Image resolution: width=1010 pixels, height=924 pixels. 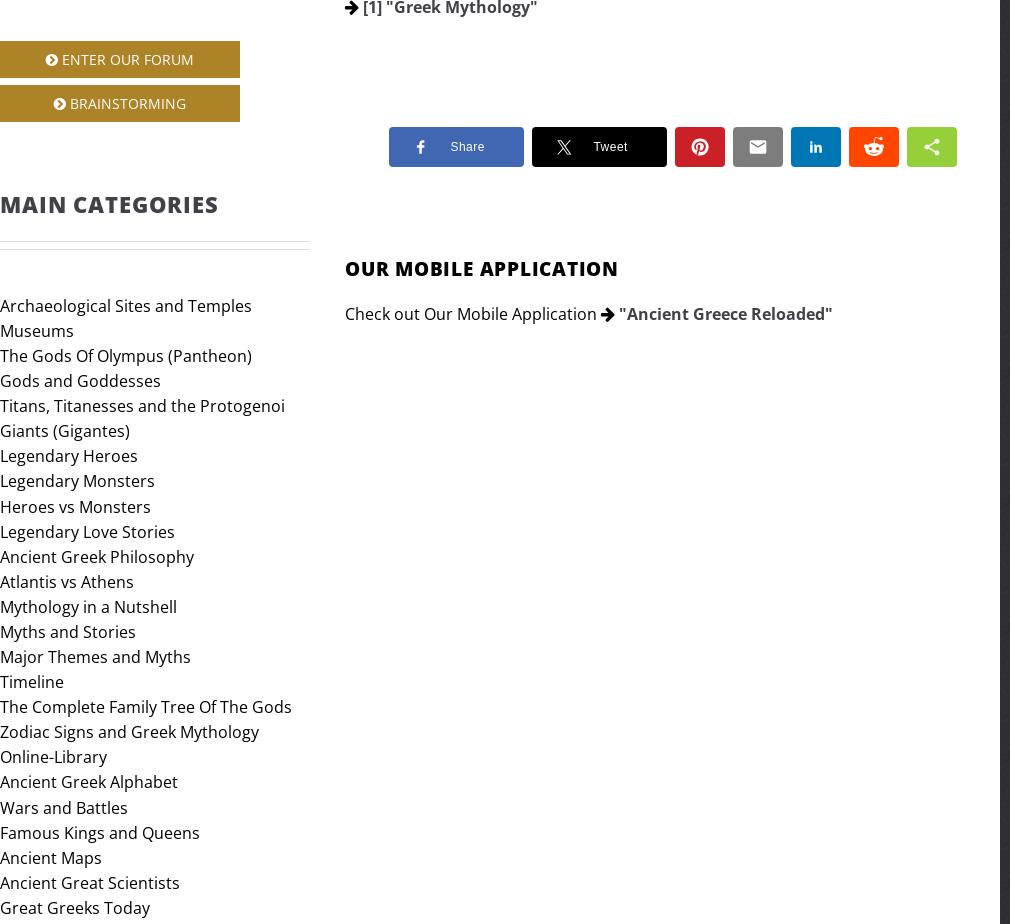 I want to click on '"Ancient Greece Reloaded"', so click(x=724, y=312).